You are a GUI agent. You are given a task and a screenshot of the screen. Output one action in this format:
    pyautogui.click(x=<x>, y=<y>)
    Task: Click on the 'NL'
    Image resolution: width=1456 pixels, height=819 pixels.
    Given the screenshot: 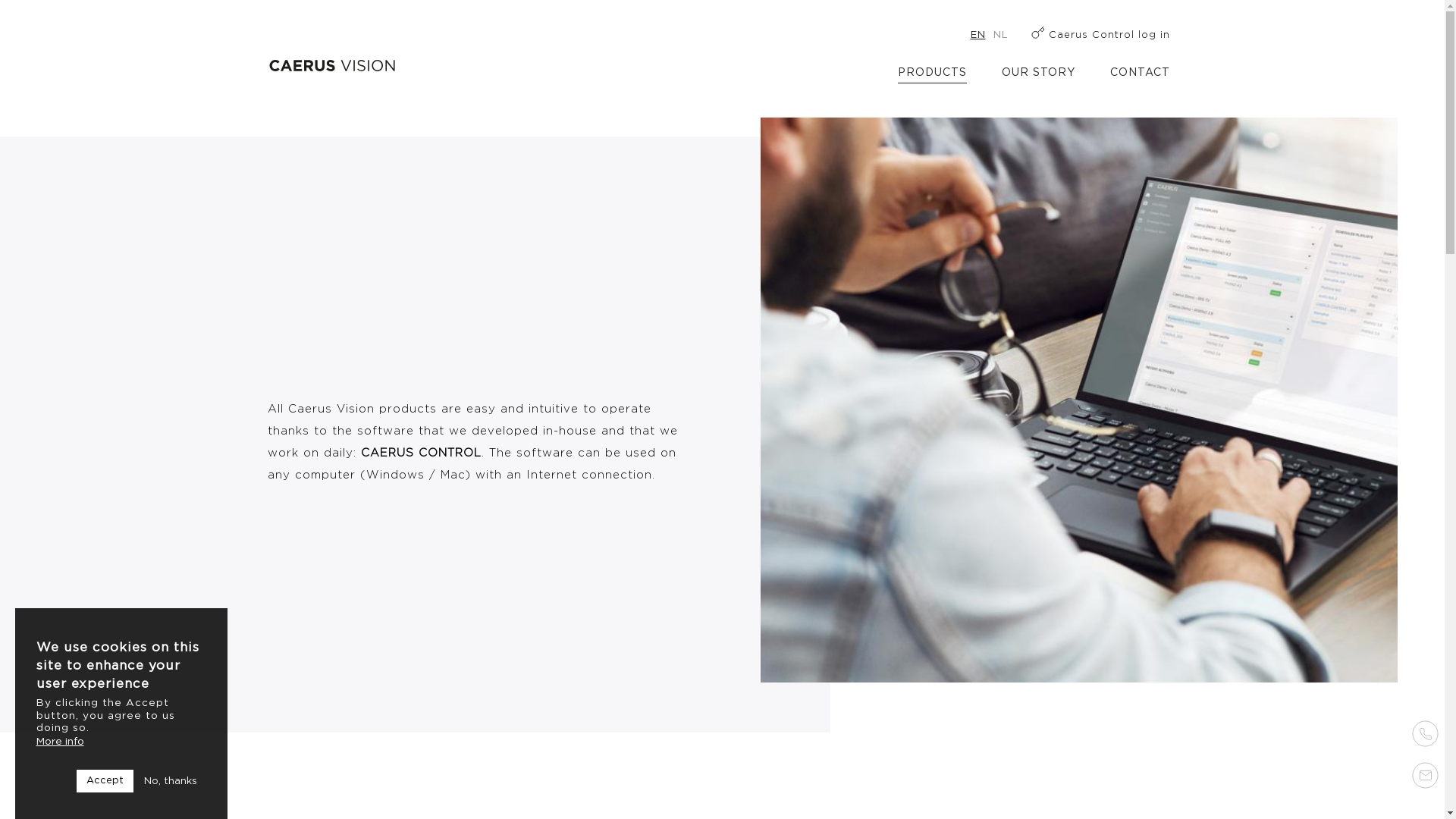 What is the action you would take?
    pyautogui.click(x=993, y=34)
    